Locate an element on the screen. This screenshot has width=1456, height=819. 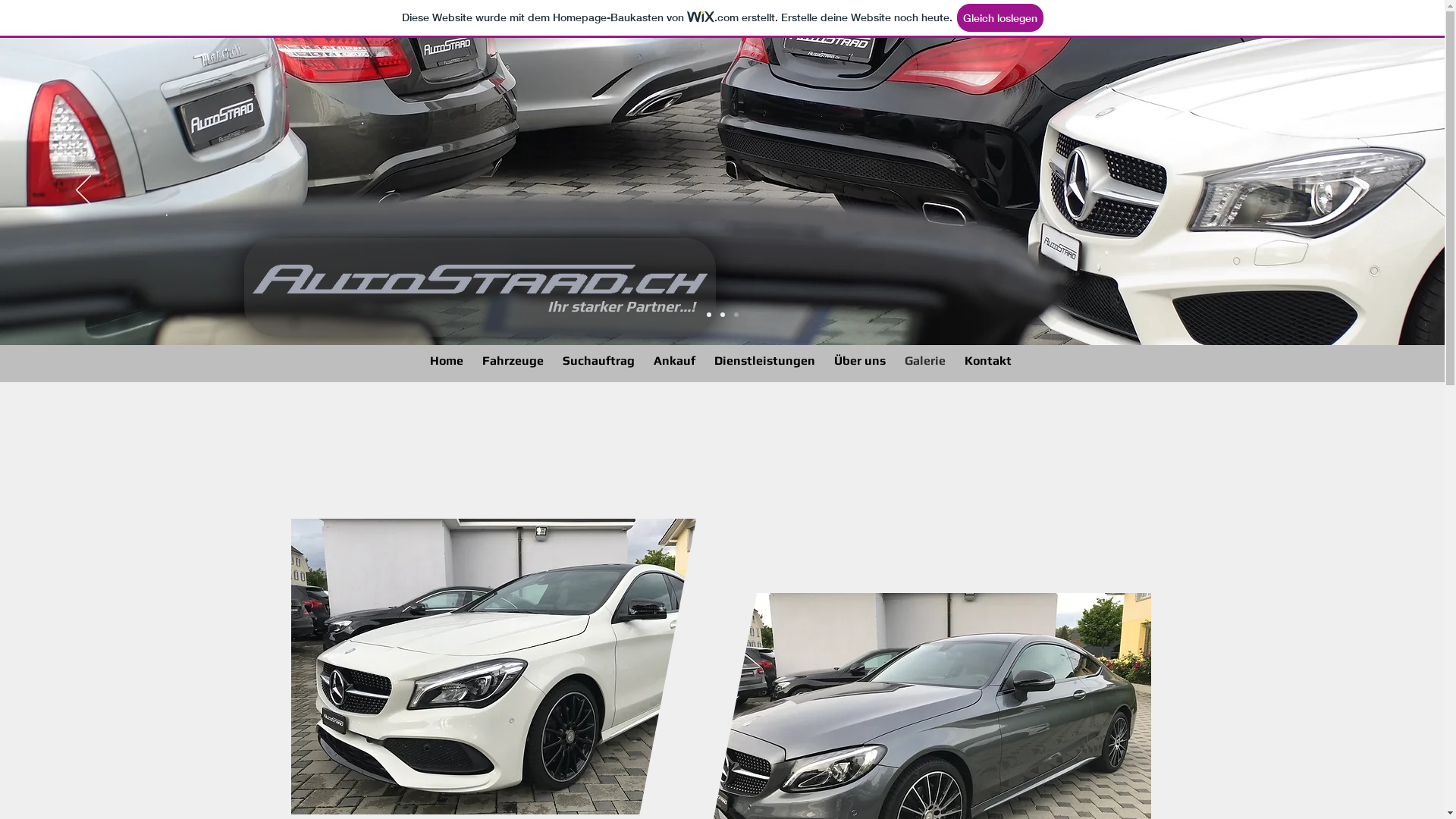
'Dienstleistungen' is located at coordinates (764, 360).